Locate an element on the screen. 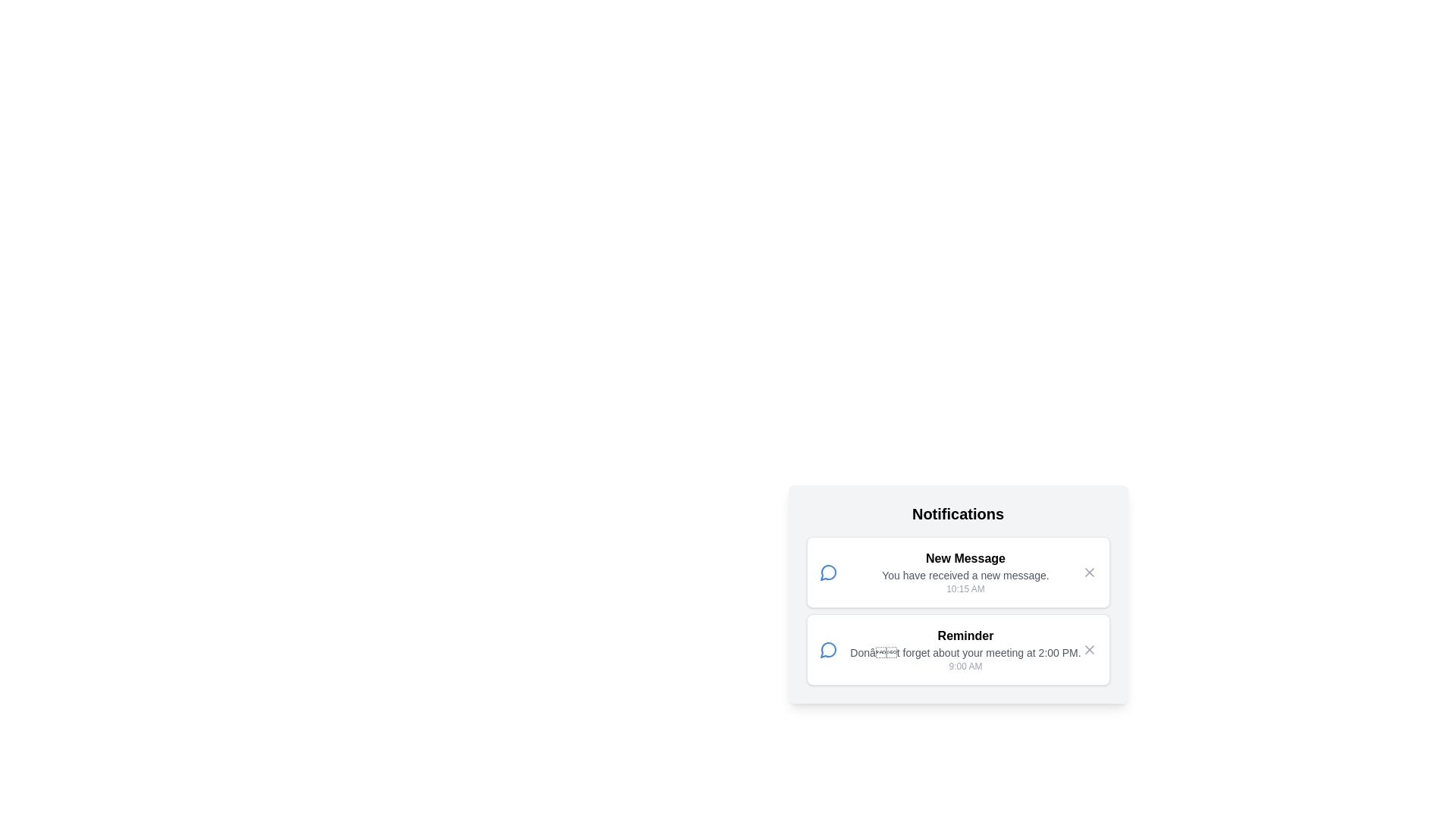  the timestamp of the first notification to inspect it is located at coordinates (965, 588).